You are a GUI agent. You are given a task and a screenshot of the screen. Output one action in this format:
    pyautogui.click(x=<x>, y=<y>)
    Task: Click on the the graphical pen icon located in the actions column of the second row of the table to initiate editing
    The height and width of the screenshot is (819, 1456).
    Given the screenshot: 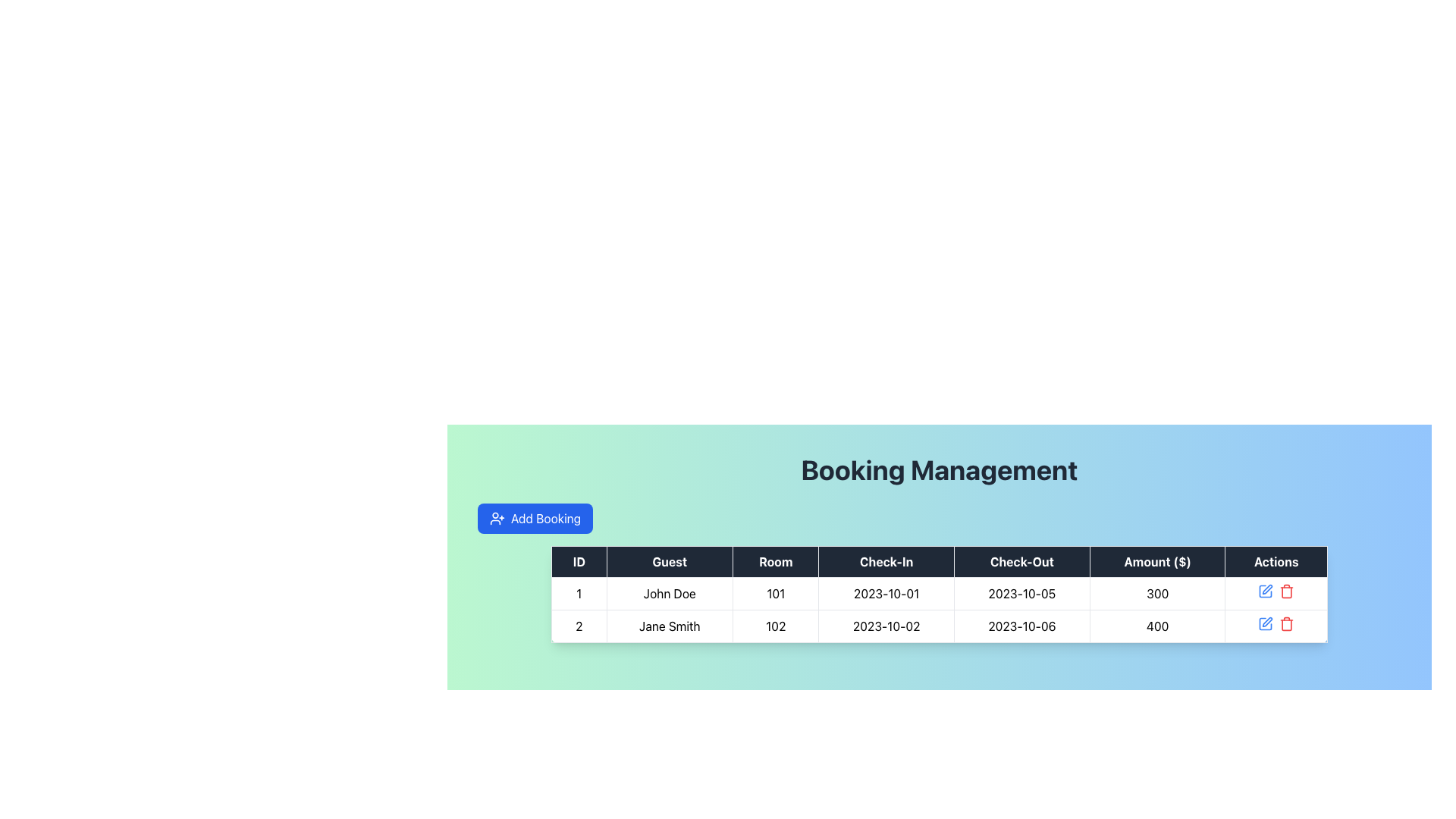 What is the action you would take?
    pyautogui.click(x=1267, y=588)
    